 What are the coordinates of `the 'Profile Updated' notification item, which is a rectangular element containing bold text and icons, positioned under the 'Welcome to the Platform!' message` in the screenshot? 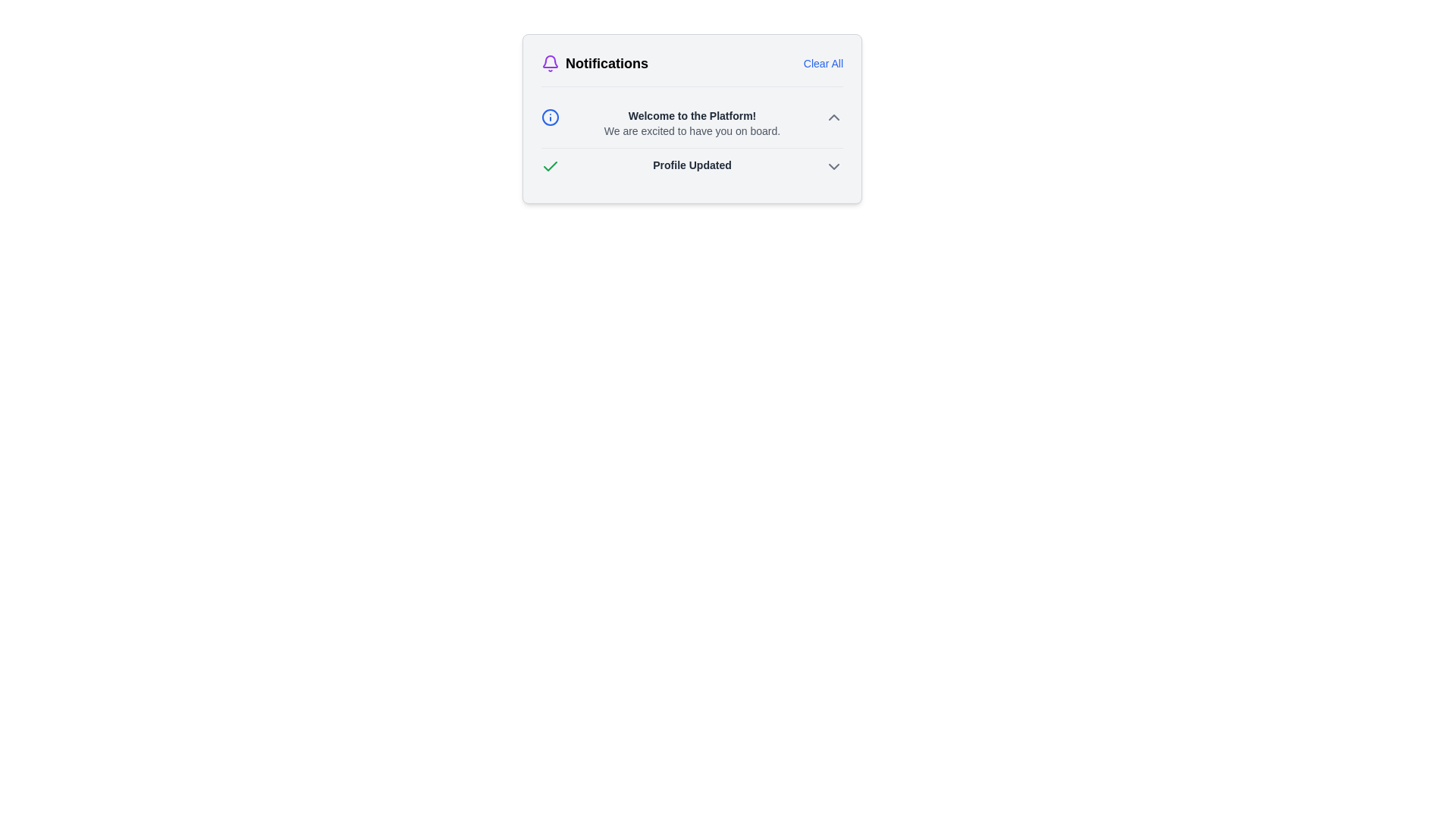 It's located at (691, 166).